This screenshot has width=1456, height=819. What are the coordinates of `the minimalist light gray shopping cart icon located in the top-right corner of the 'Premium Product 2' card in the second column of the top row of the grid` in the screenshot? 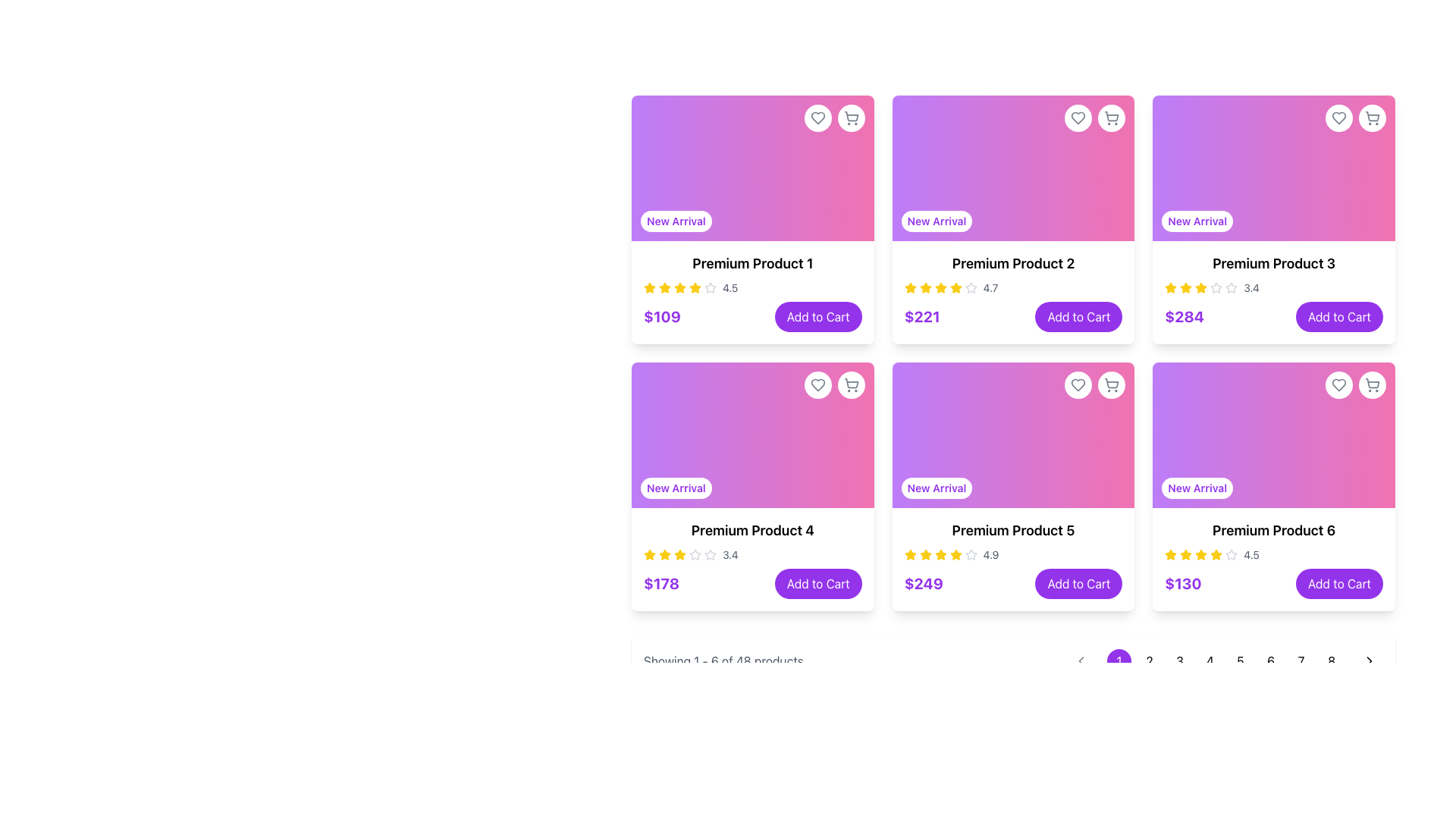 It's located at (1112, 117).